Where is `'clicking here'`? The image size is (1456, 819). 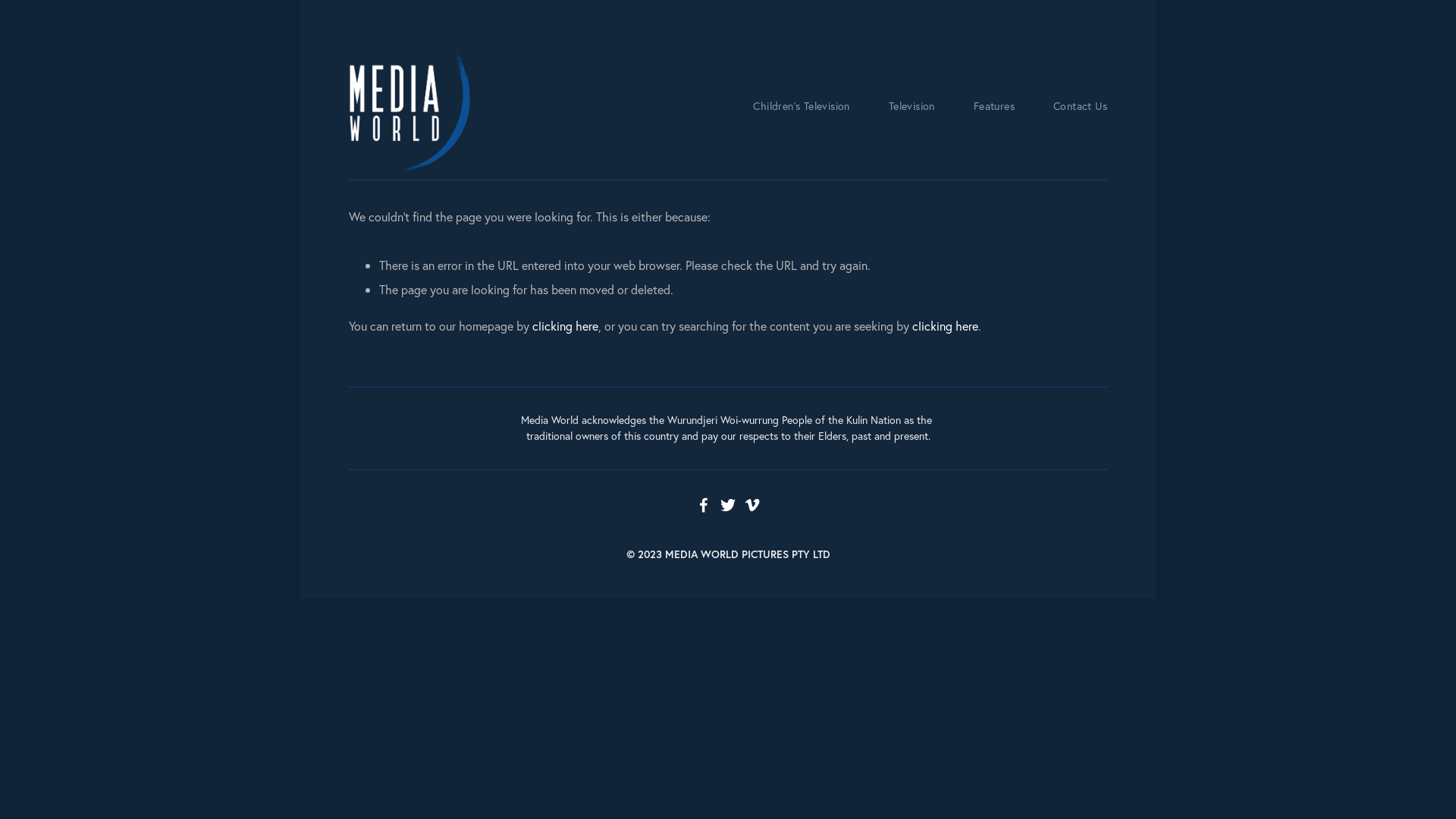
'clicking here' is located at coordinates (564, 325).